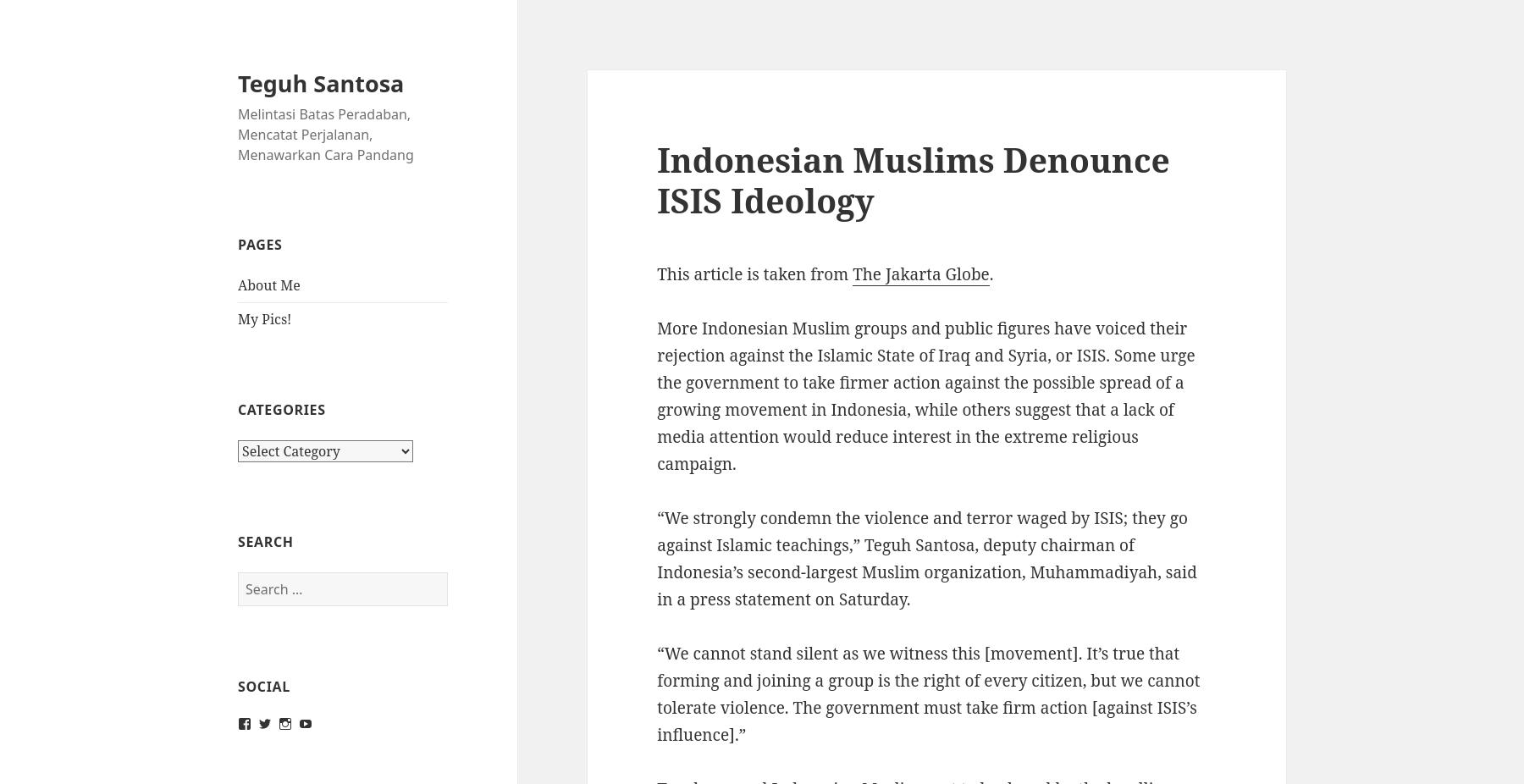 This screenshot has height=784, width=1524. Describe the element at coordinates (264, 540) in the screenshot. I see `'Search'` at that location.